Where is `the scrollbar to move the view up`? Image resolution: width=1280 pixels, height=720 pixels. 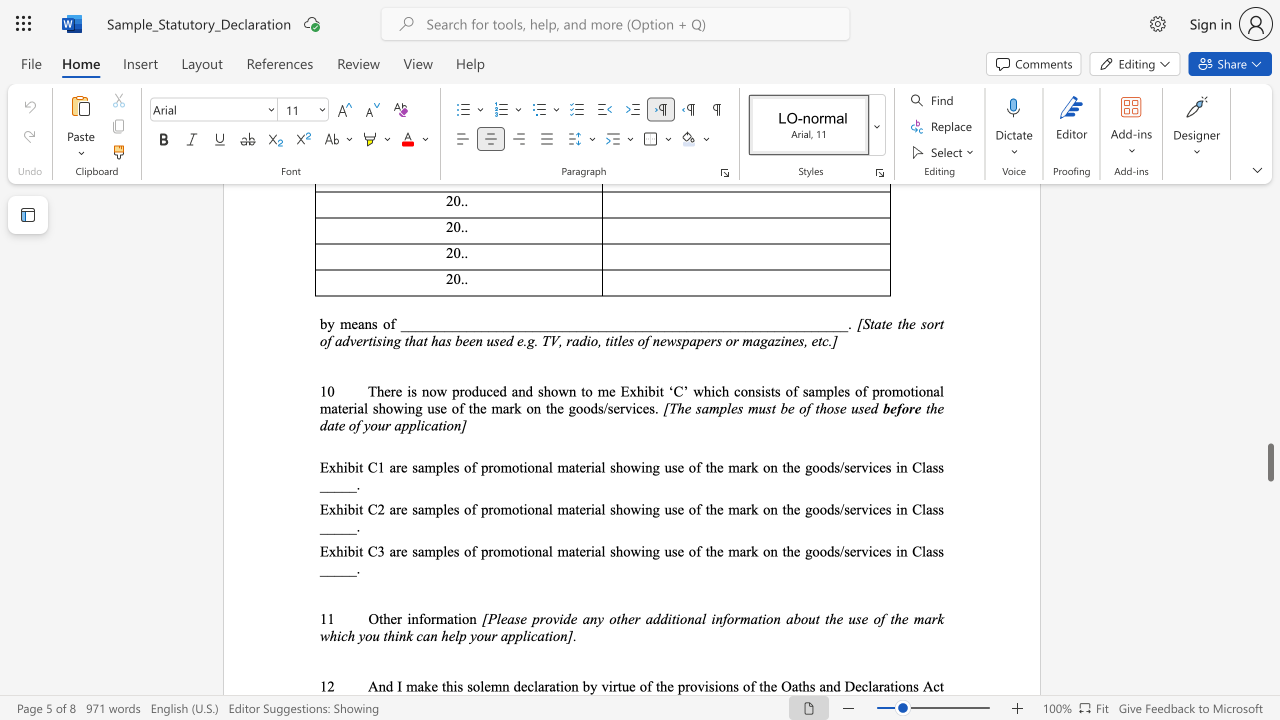 the scrollbar to move the view up is located at coordinates (1269, 490).